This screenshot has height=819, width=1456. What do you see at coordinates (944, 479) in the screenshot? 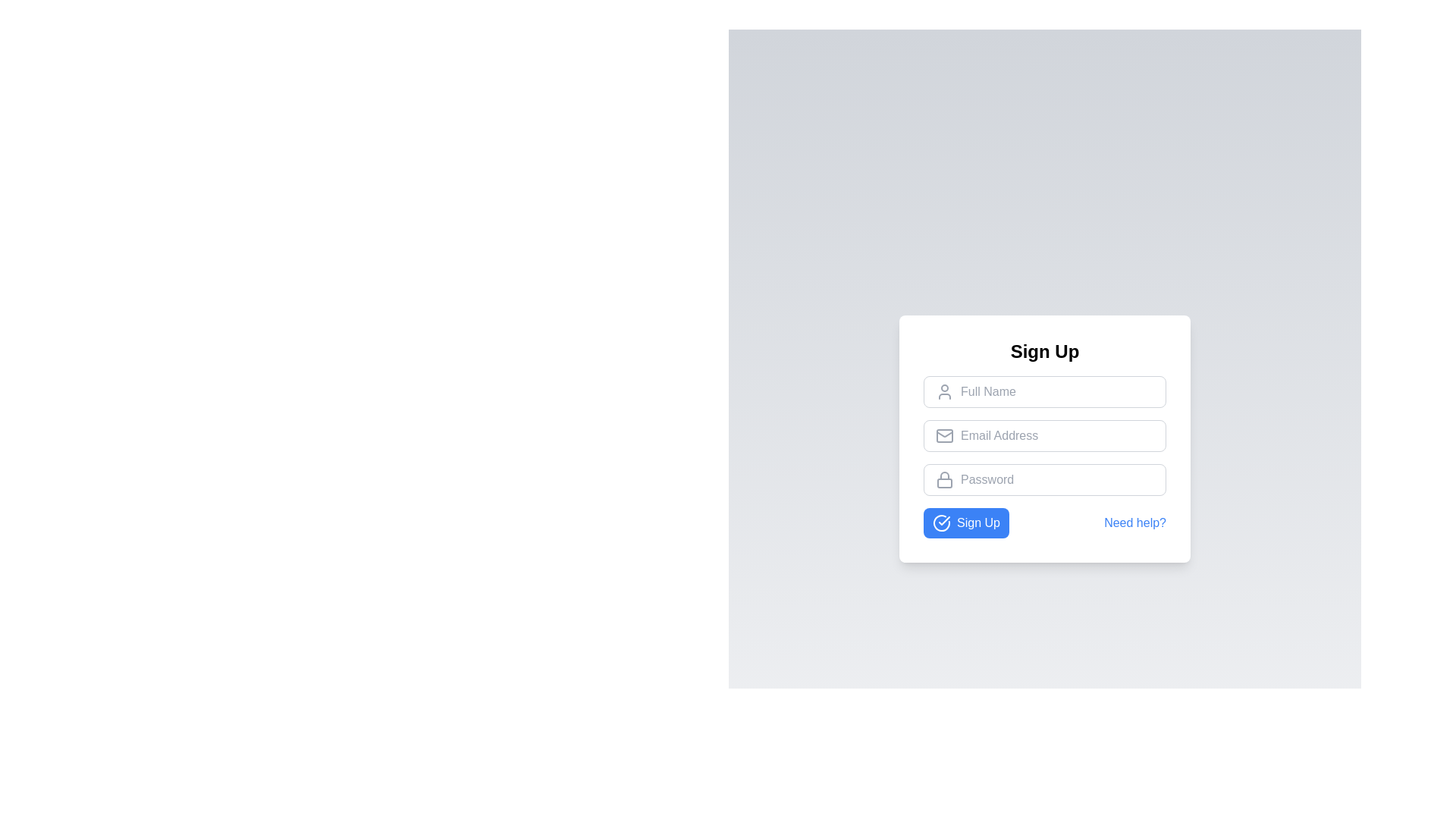
I see `the password entry icon located inside the password input field, adjacent to the placeholder text 'Password'` at bounding box center [944, 479].